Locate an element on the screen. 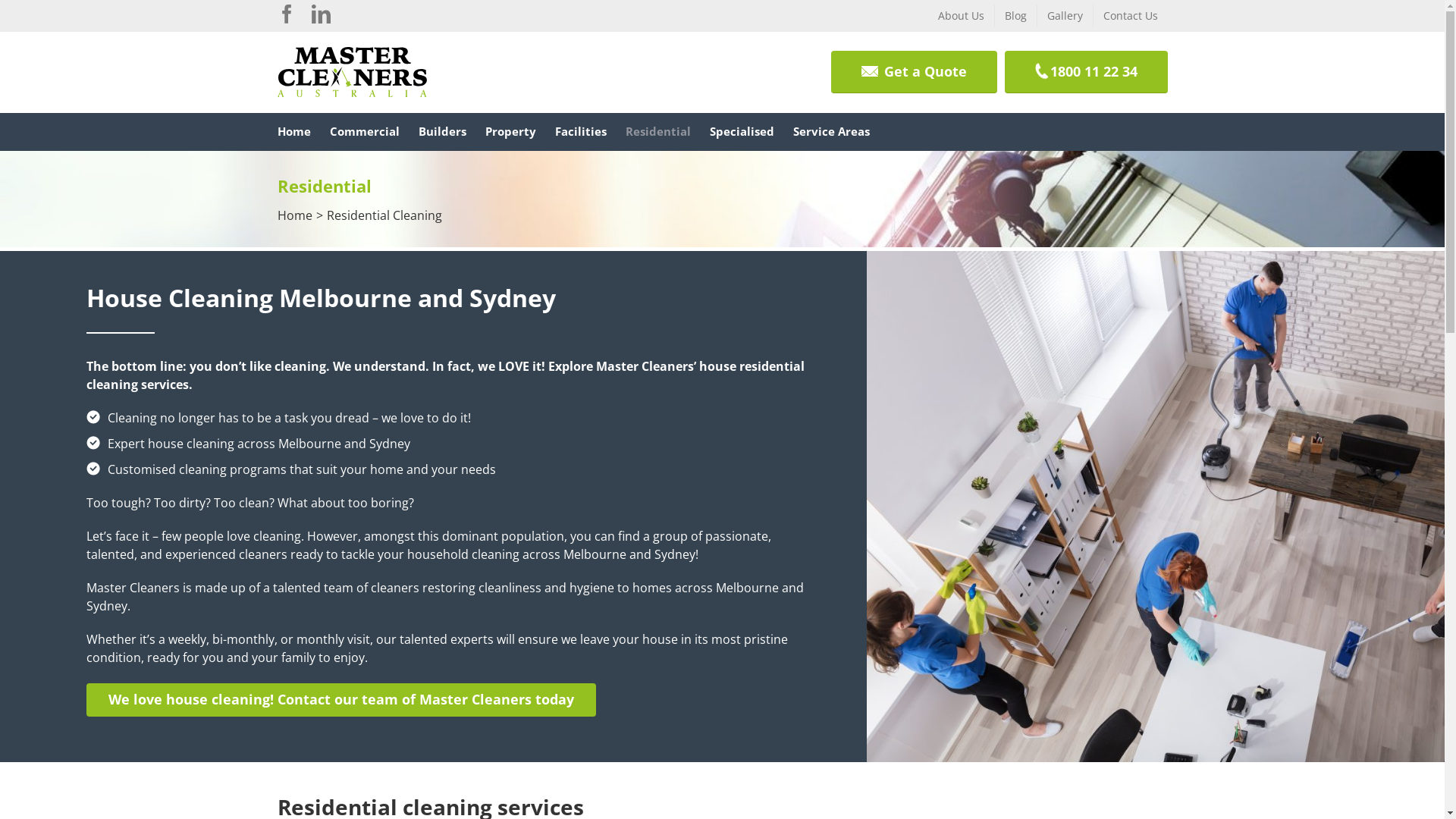 The height and width of the screenshot is (819, 1456). '1800 11 22 34' is located at coordinates (1084, 72).